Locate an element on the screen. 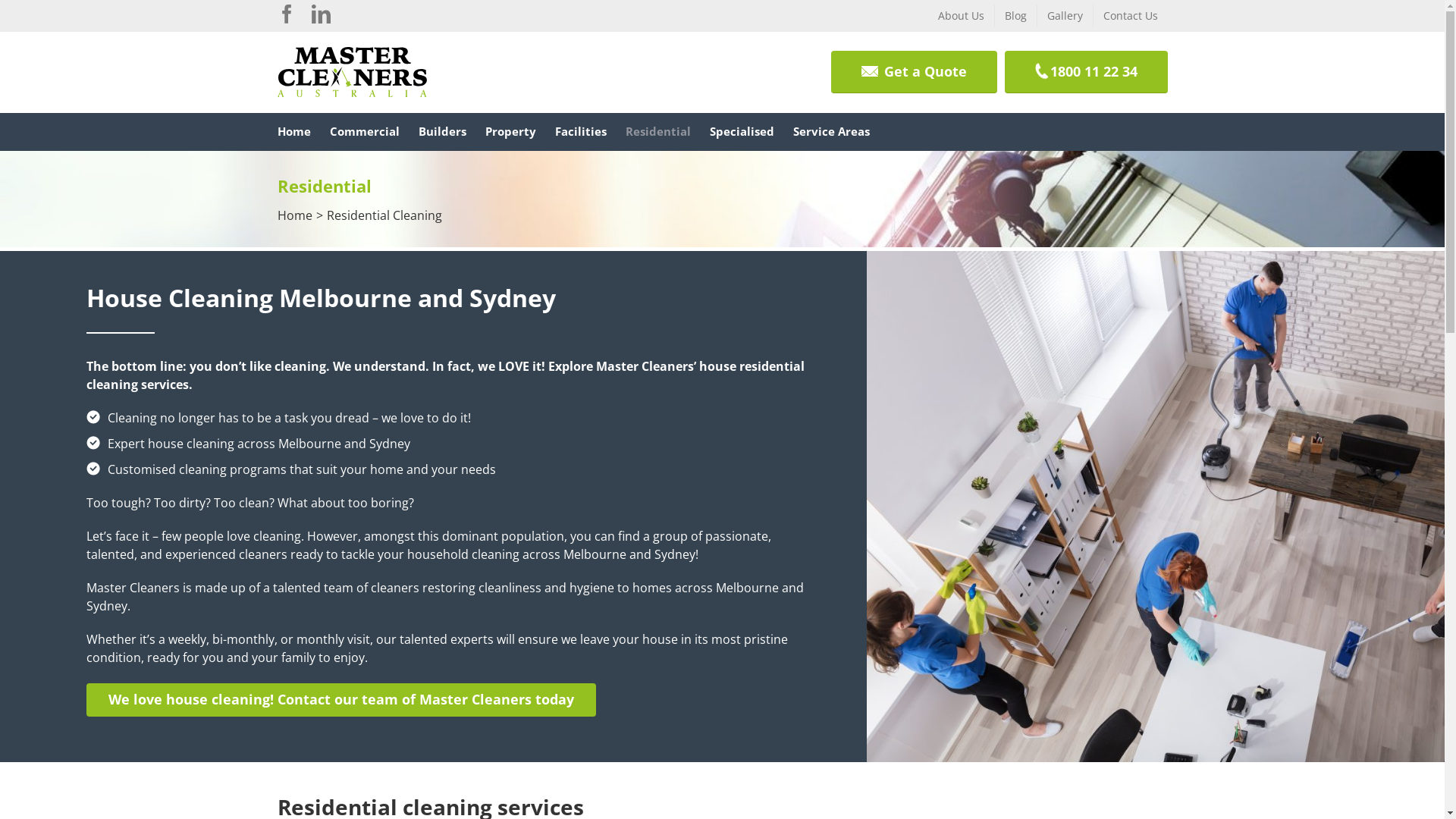 The height and width of the screenshot is (819, 1456). '1800 11 22 34' is located at coordinates (1084, 72).